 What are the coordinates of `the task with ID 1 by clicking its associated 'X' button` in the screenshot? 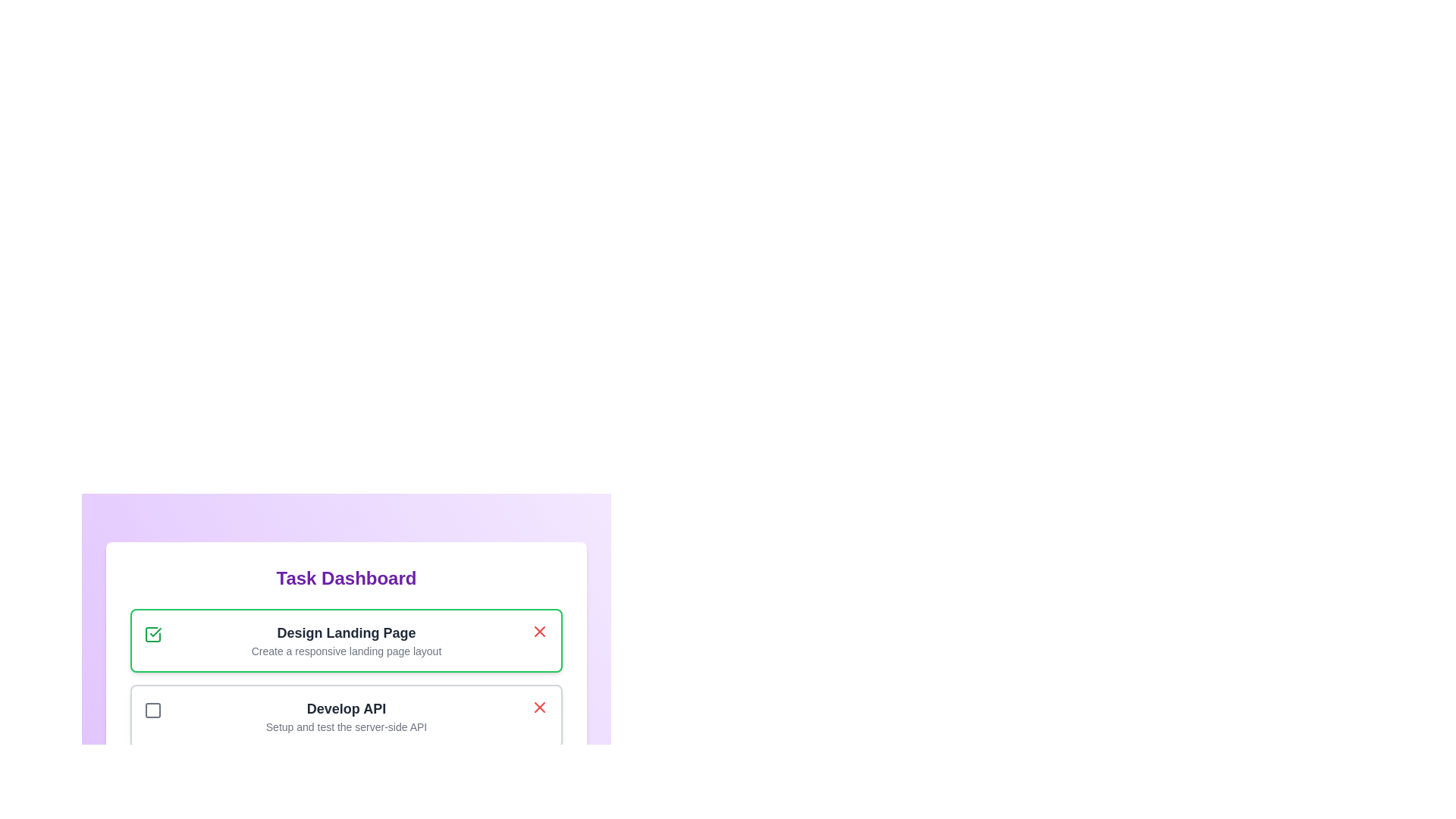 It's located at (539, 632).